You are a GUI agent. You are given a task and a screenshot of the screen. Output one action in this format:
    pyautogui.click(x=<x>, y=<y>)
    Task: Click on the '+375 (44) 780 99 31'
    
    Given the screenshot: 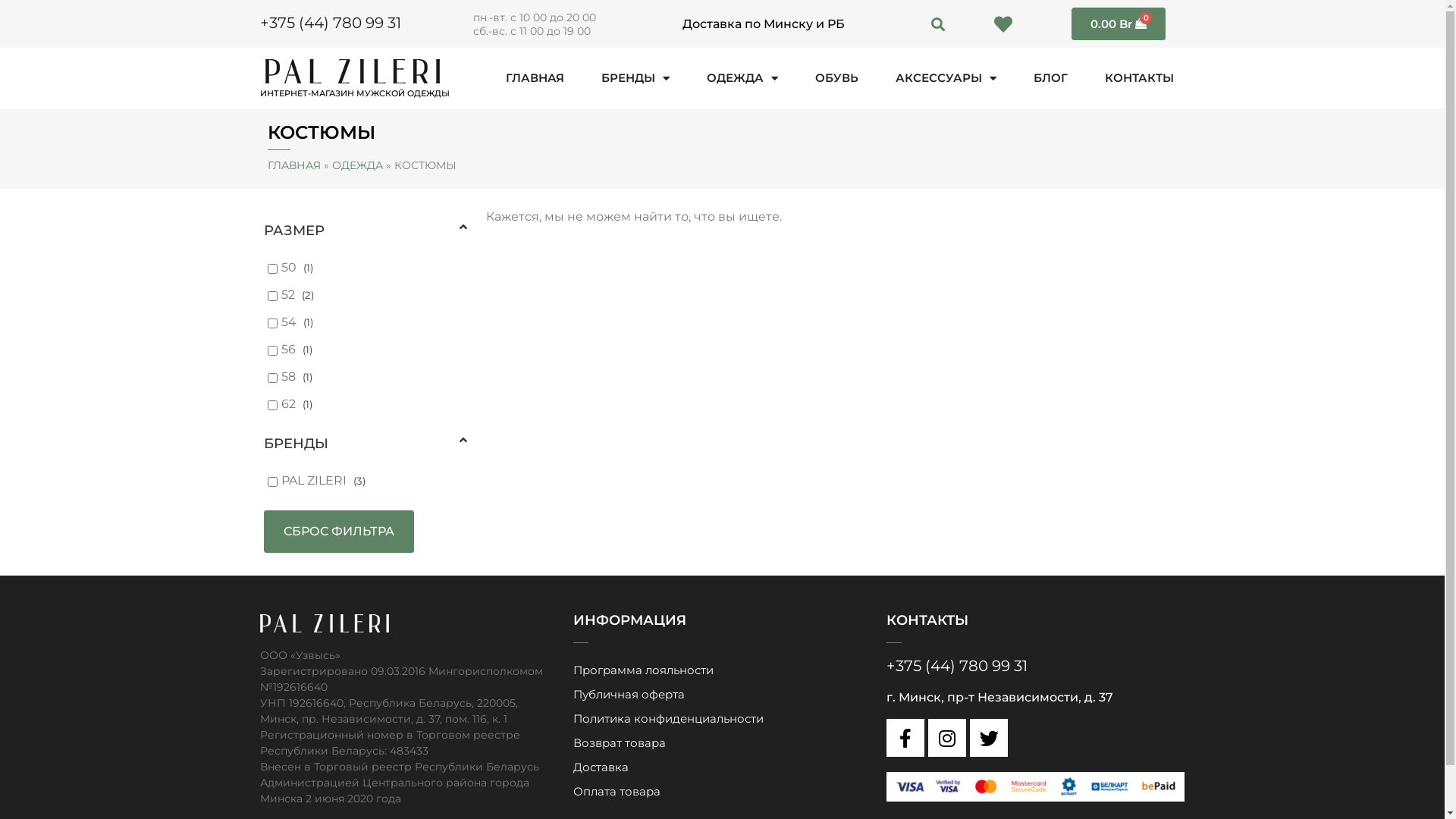 What is the action you would take?
    pyautogui.click(x=956, y=665)
    